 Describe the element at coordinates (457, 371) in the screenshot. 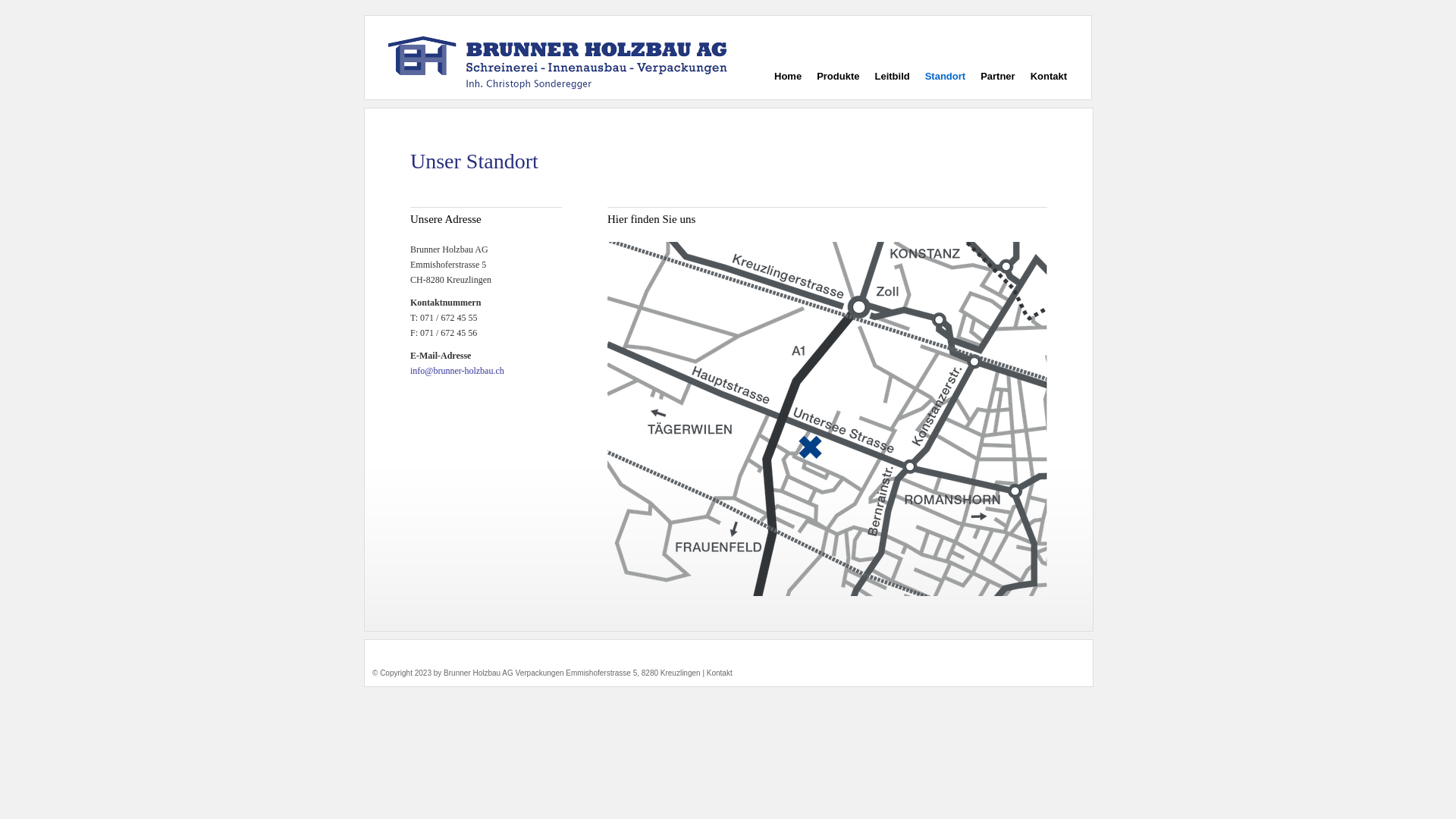

I see `'info@brunner-holzbau.ch'` at that location.